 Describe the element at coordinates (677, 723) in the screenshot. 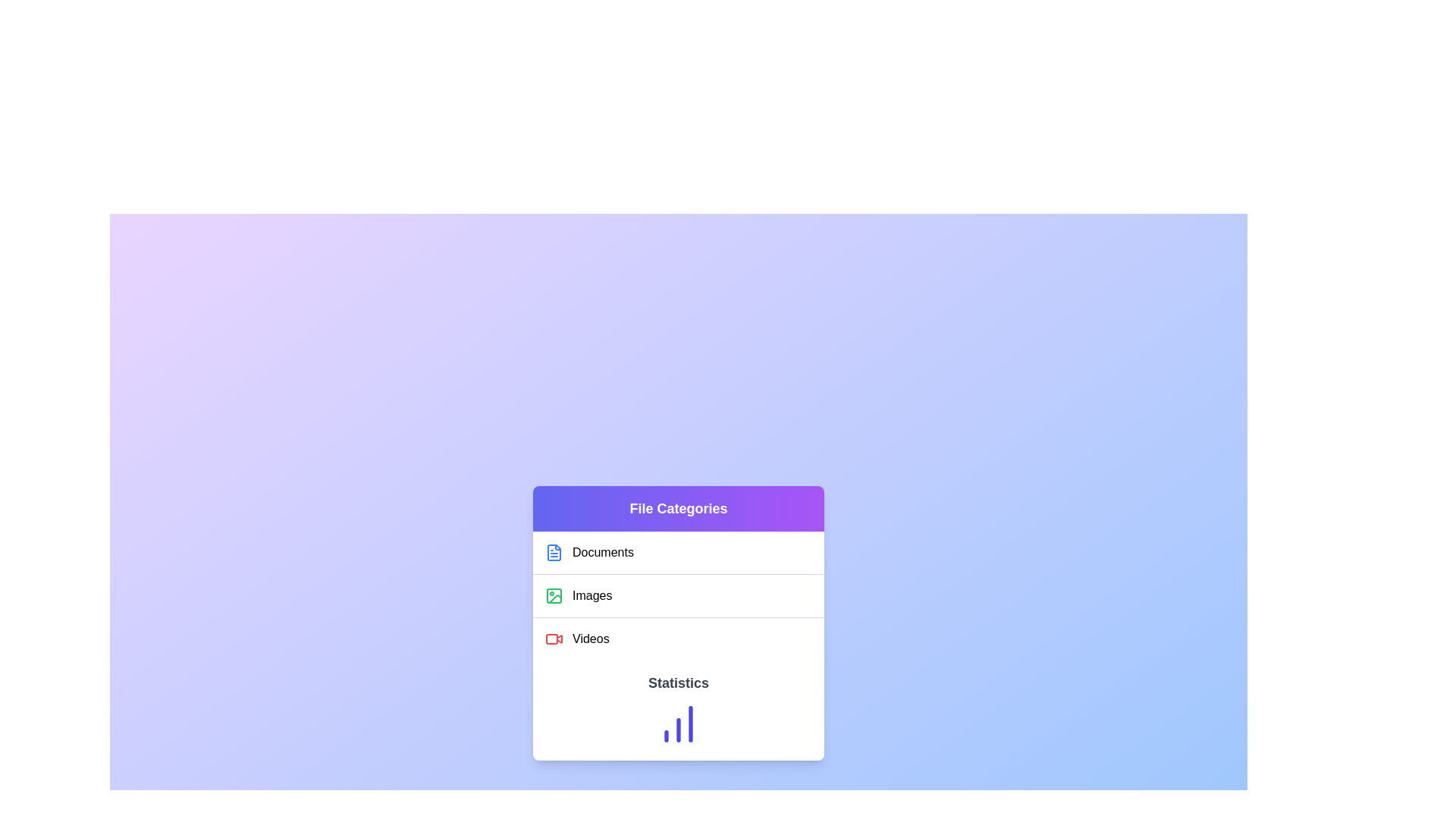

I see `the chart in the 'Statistics' section by moving the cursor to its center` at that location.